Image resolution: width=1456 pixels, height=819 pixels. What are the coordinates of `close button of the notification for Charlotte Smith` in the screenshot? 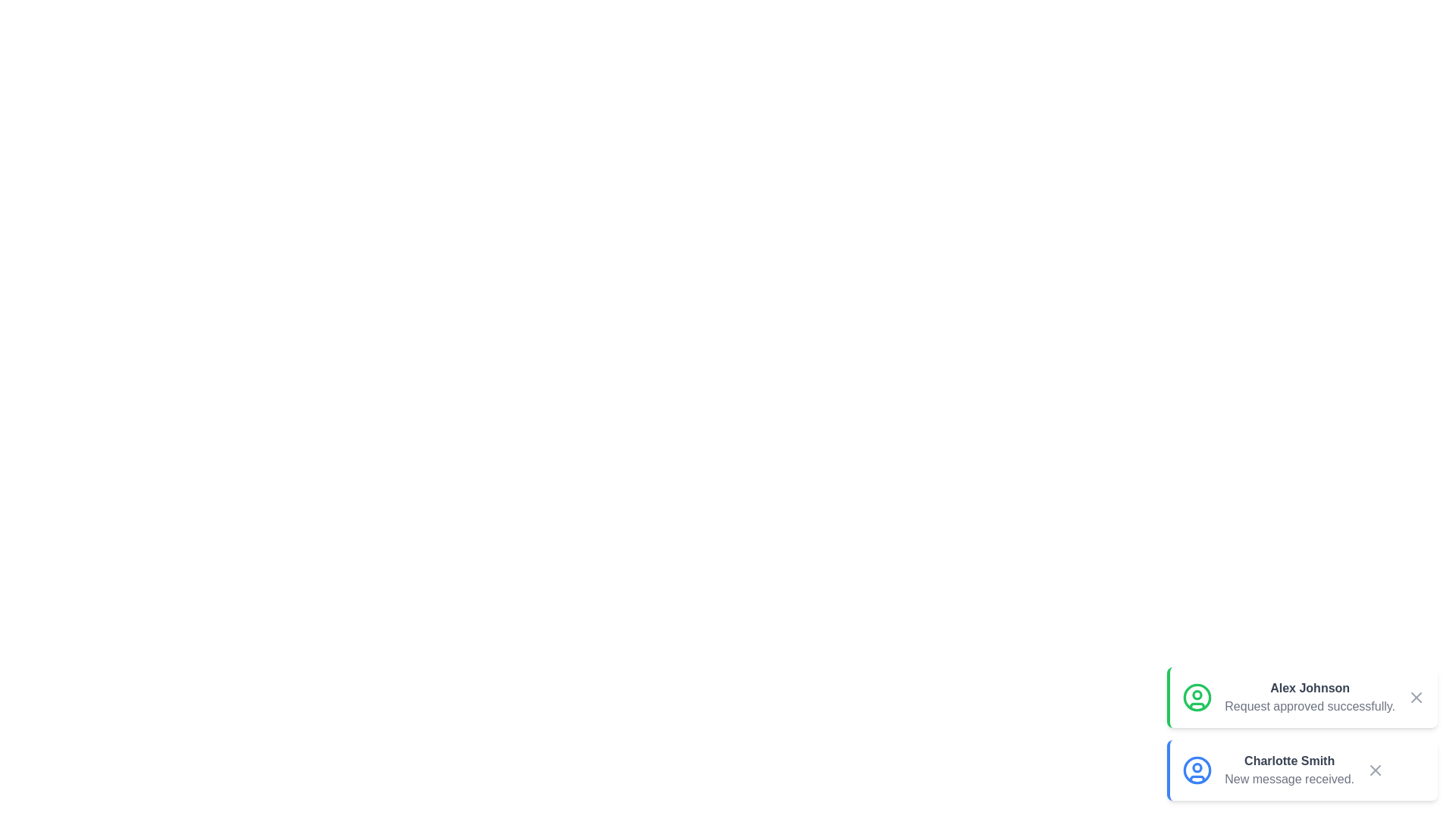 It's located at (1376, 770).